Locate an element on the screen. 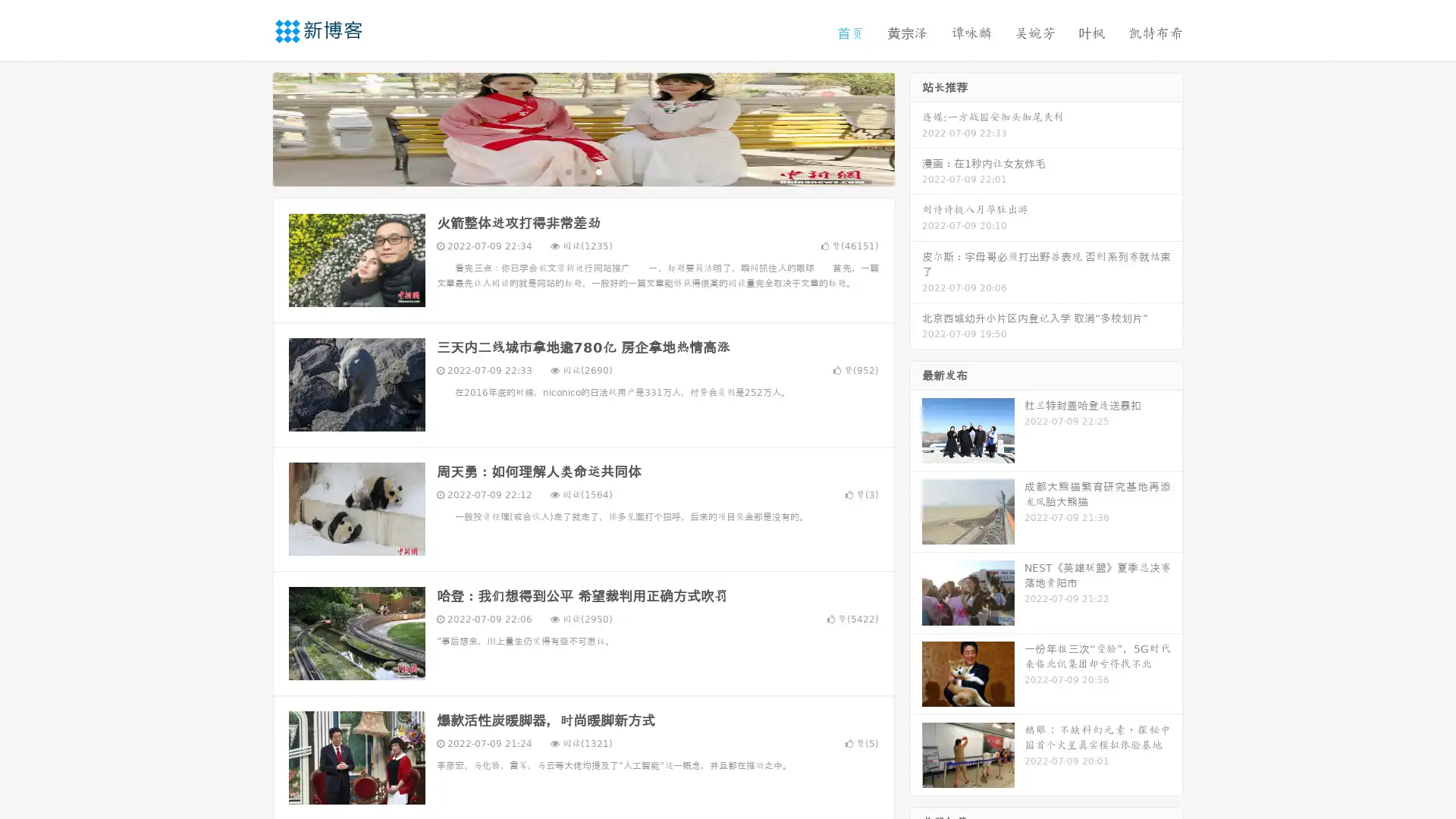 The width and height of the screenshot is (1456, 819). Previous slide is located at coordinates (250, 127).